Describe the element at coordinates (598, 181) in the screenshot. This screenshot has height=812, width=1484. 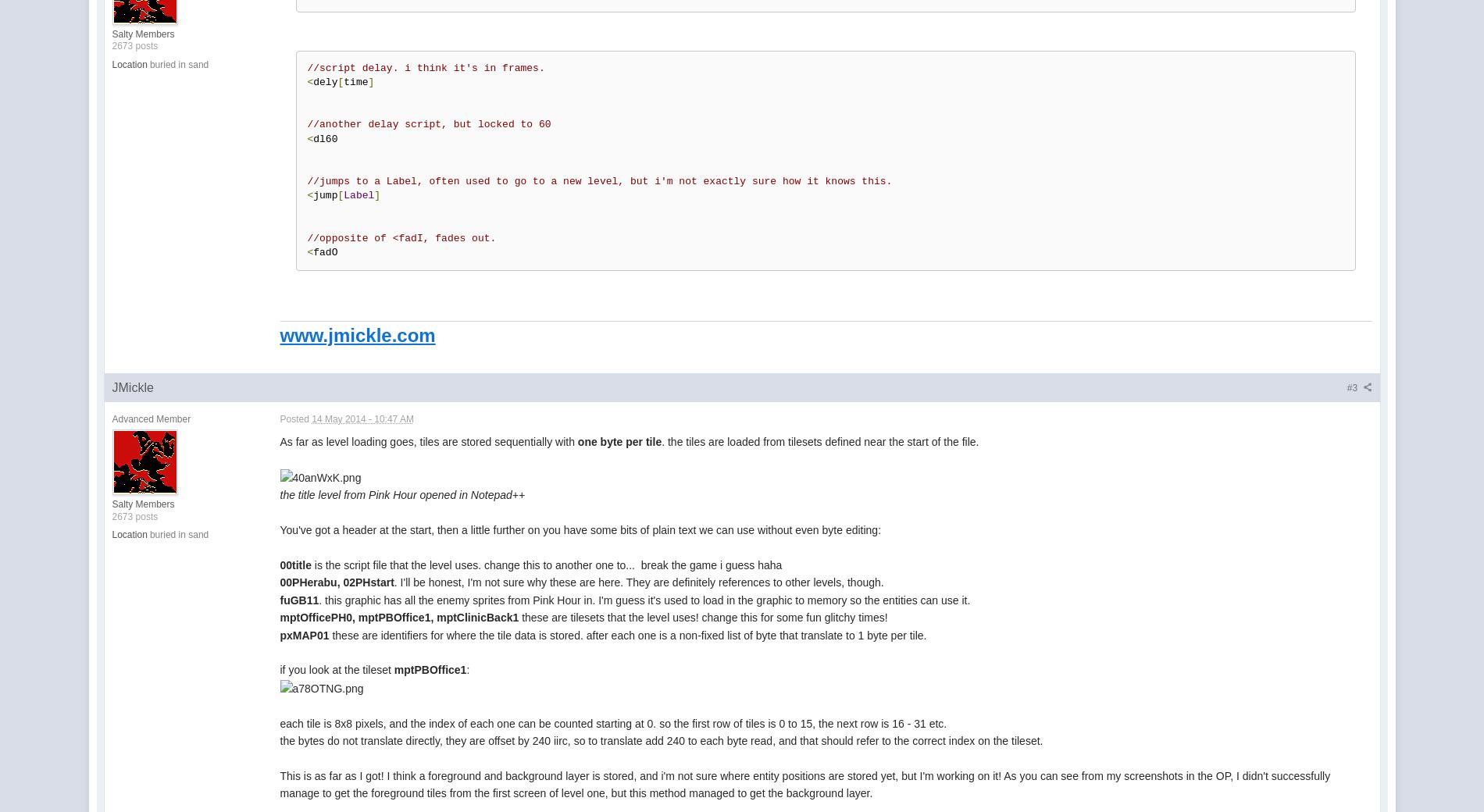
I see `'//jumps to a Label, often used to go to a new level, but i'm not exactly sure how it knows this.'` at that location.